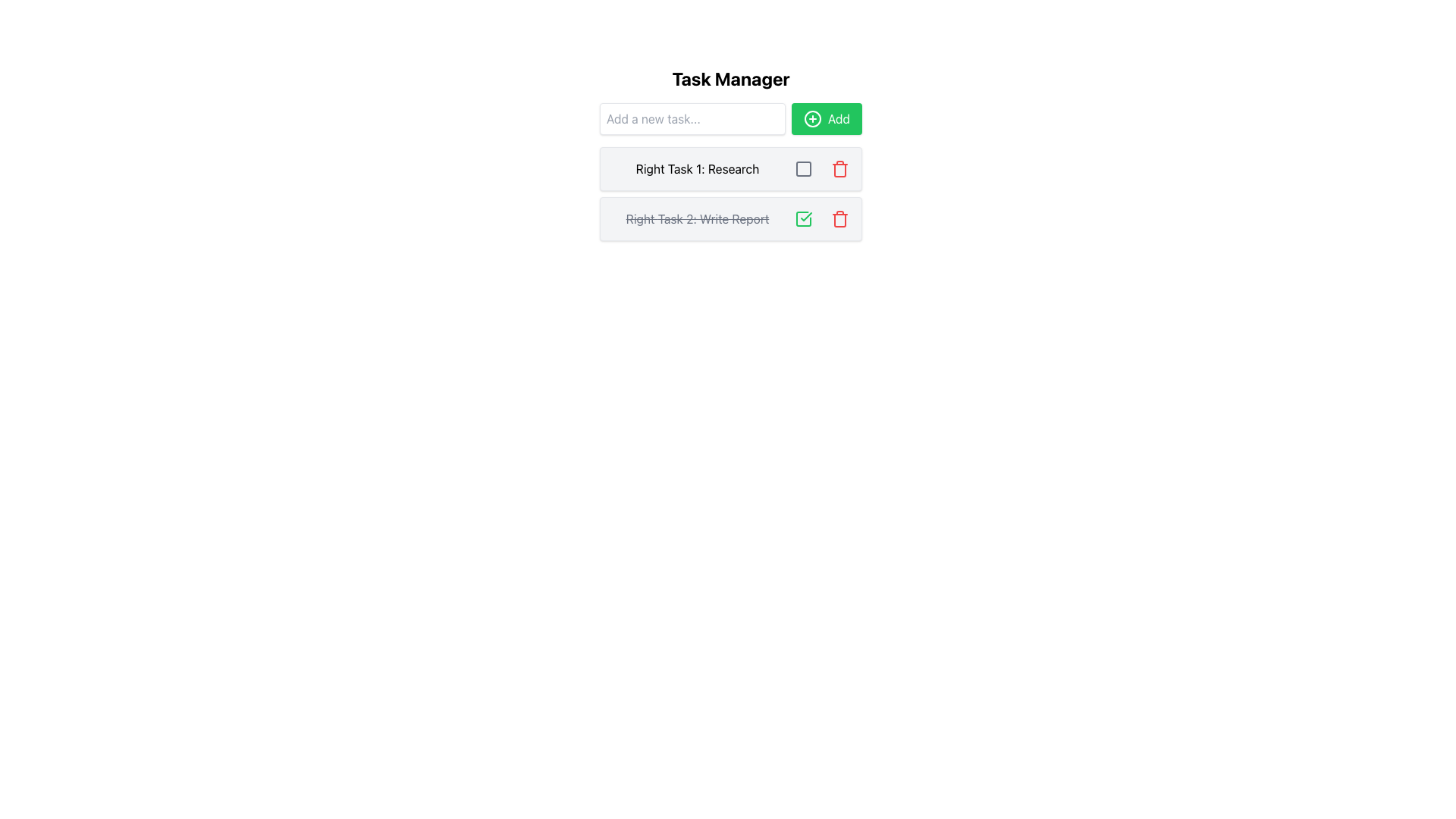 The height and width of the screenshot is (819, 1456). What do you see at coordinates (839, 219) in the screenshot?
I see `the delete button located in the second position of the right column, aligned with the task entry 'Right Task 2: Write Report'` at bounding box center [839, 219].